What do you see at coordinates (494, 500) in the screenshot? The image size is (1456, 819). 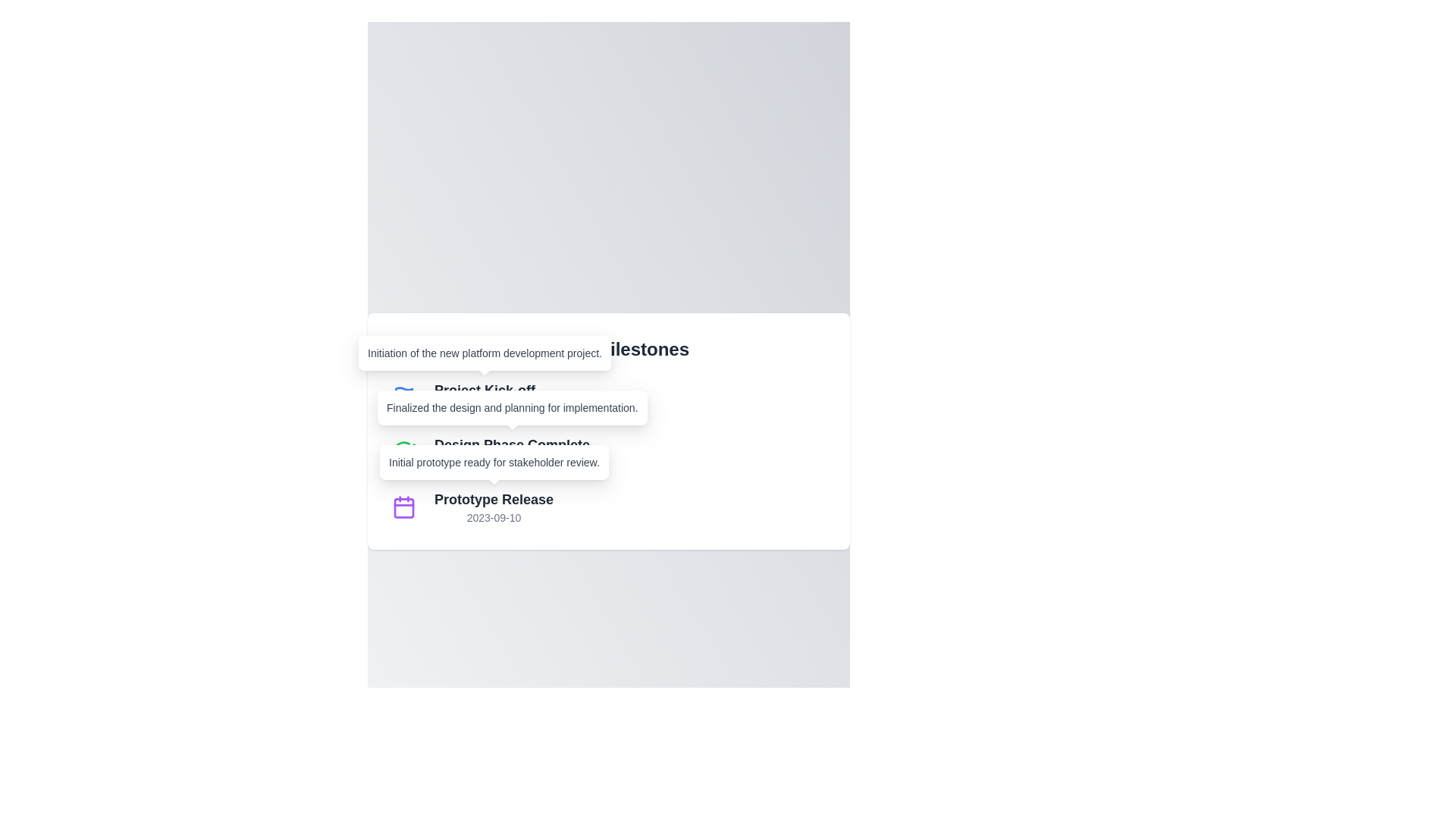 I see `the text label element displaying 'Prototype Release', which is styled in bold and larger font, located above the date '2023-09-10' and next to a calendar icon` at bounding box center [494, 500].